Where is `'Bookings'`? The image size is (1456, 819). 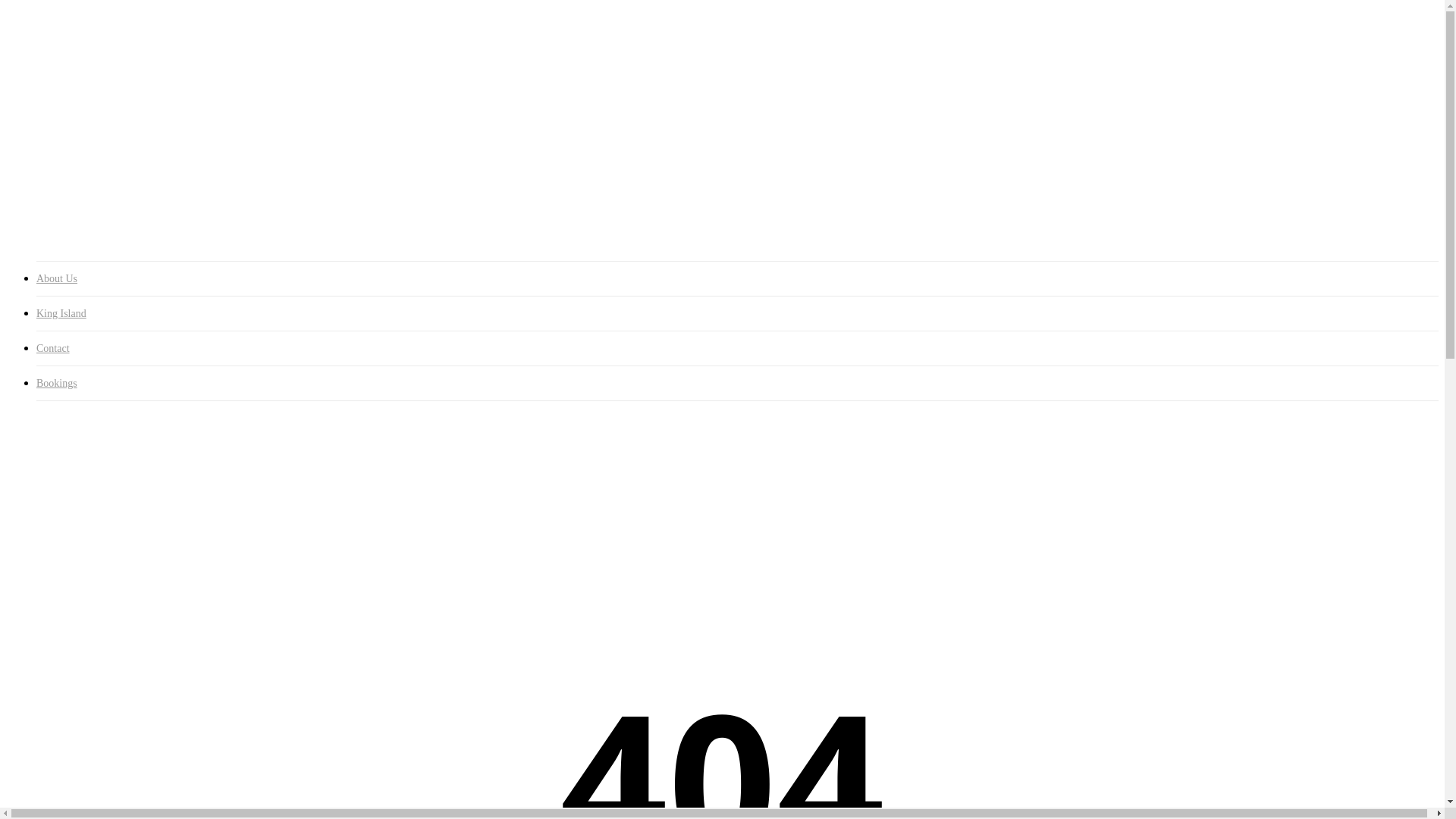 'Bookings' is located at coordinates (737, 382).